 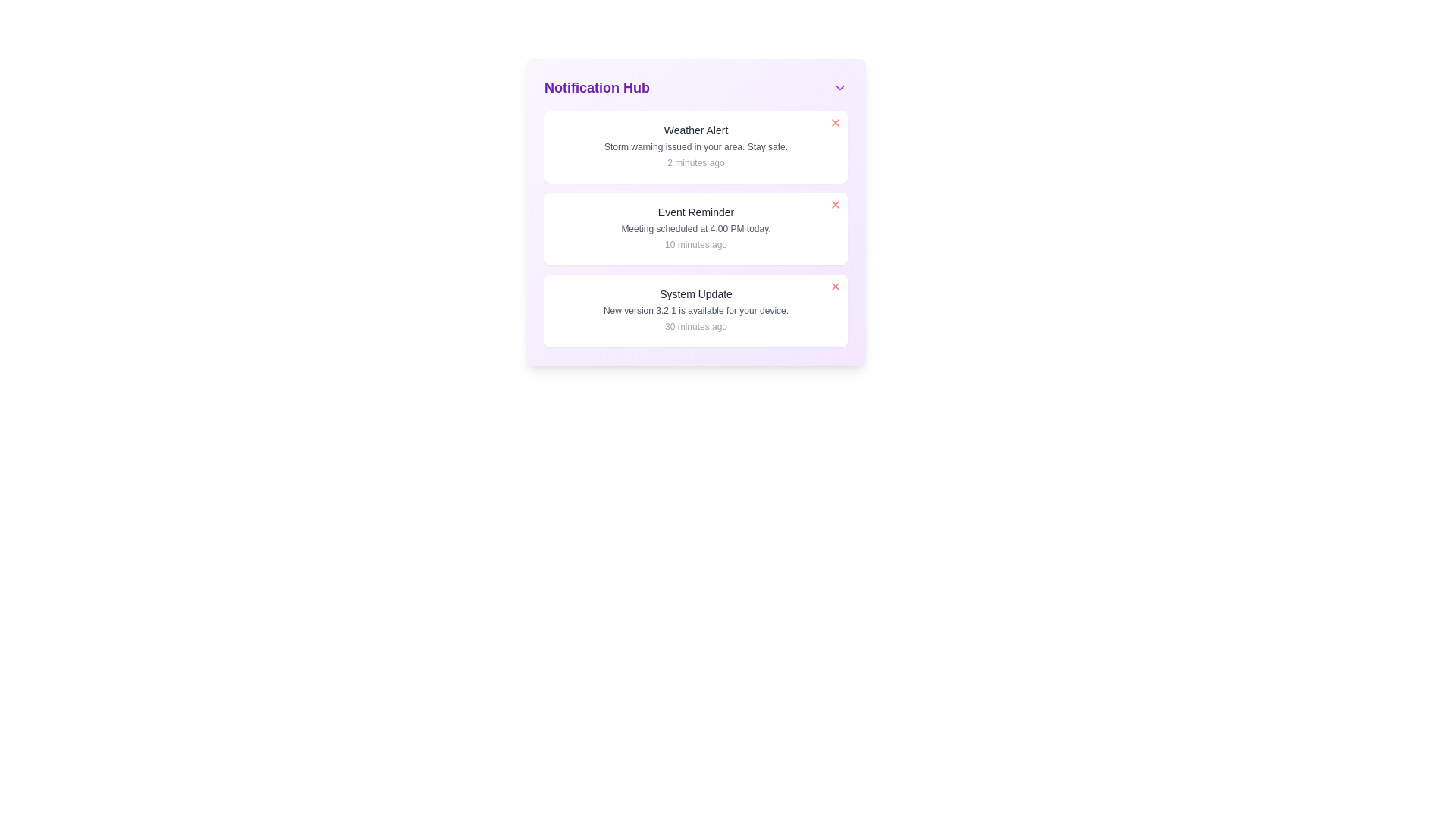 What do you see at coordinates (835, 205) in the screenshot?
I see `the small interactive 'X' icon at the top-right corner of the 'Event Reminder' card to change its color to red` at bounding box center [835, 205].